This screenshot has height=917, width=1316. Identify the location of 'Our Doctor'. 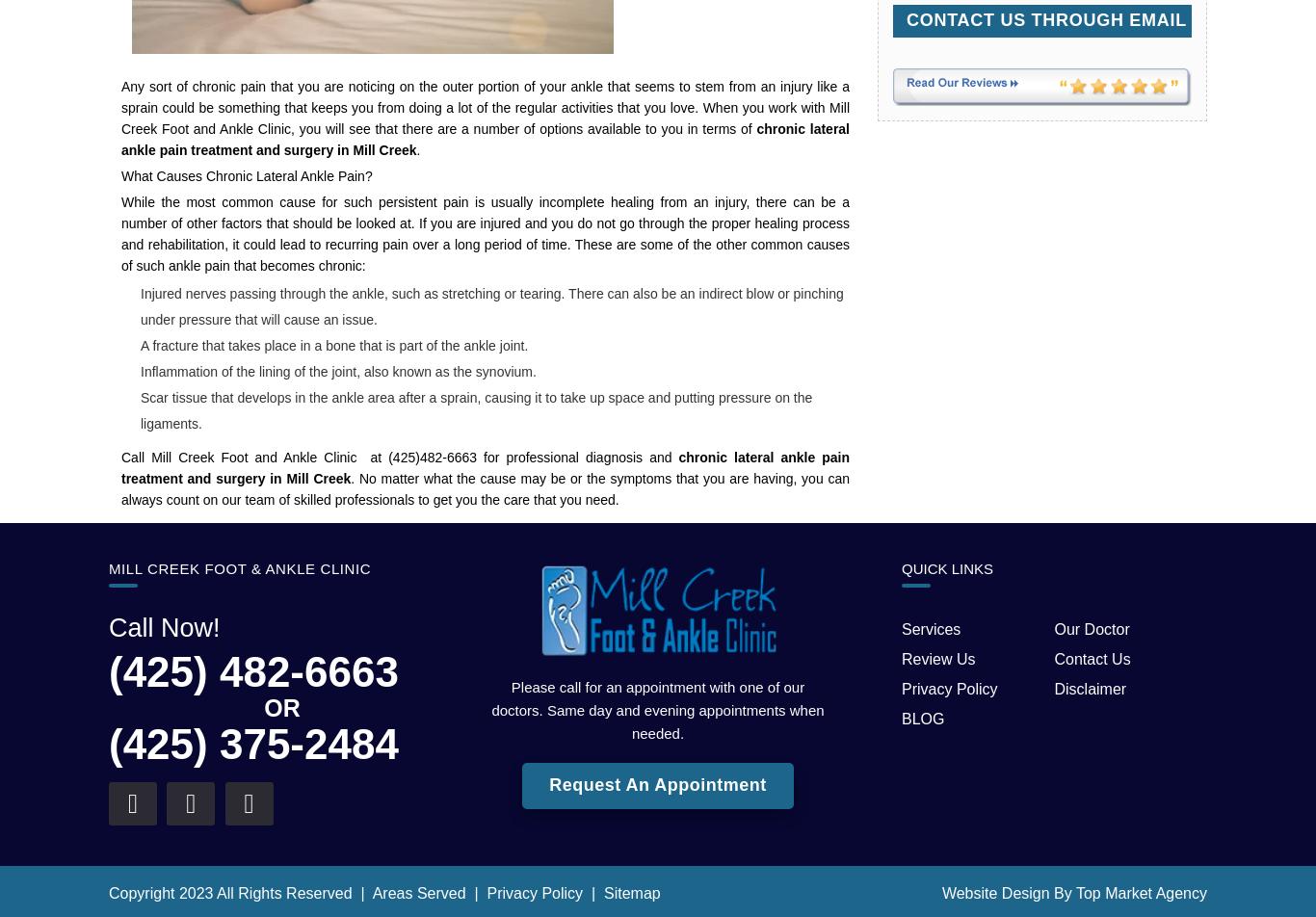
(1090, 628).